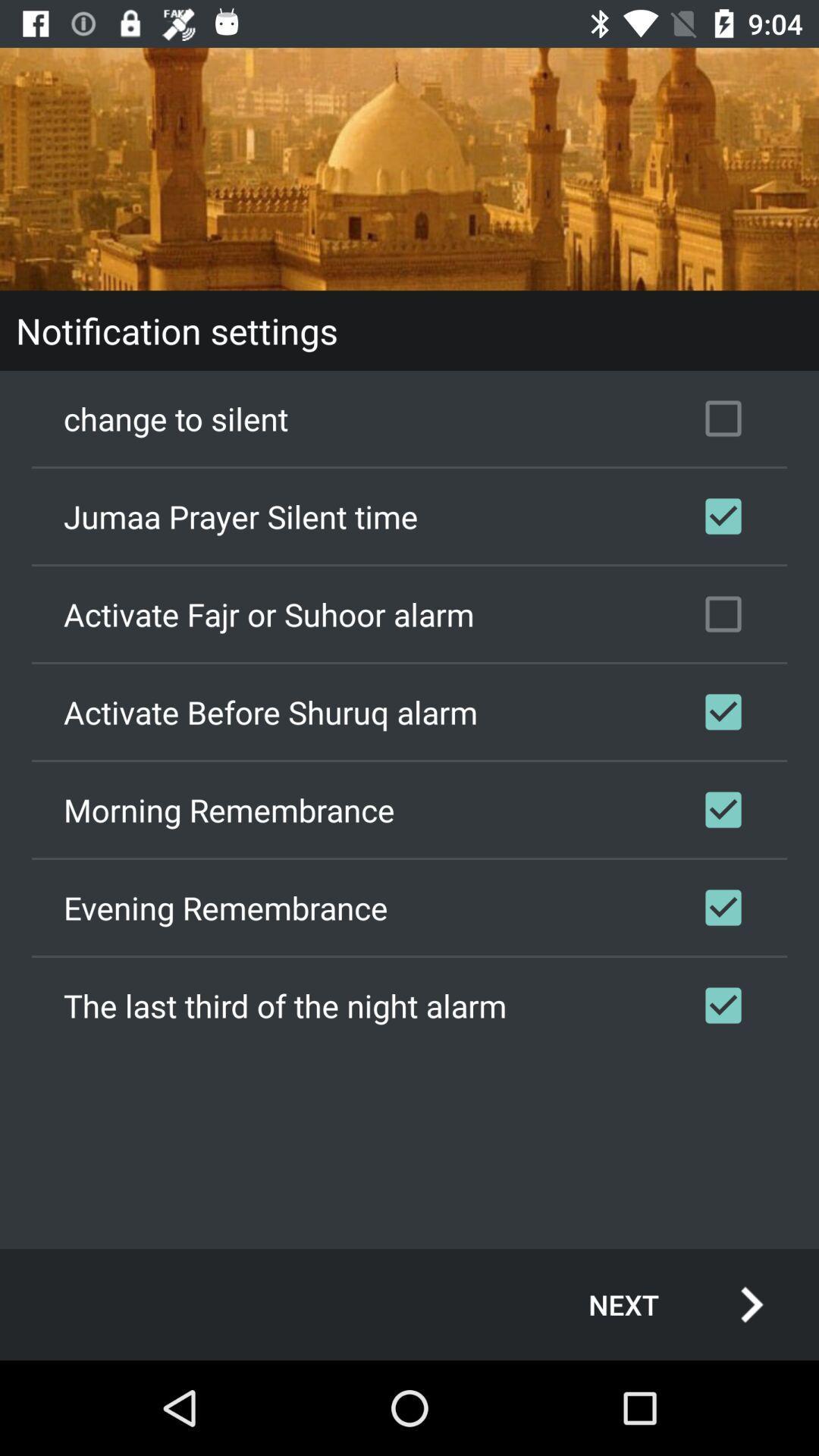 Image resolution: width=819 pixels, height=1456 pixels. Describe the element at coordinates (409, 516) in the screenshot. I see `jumaa prayer silent icon` at that location.